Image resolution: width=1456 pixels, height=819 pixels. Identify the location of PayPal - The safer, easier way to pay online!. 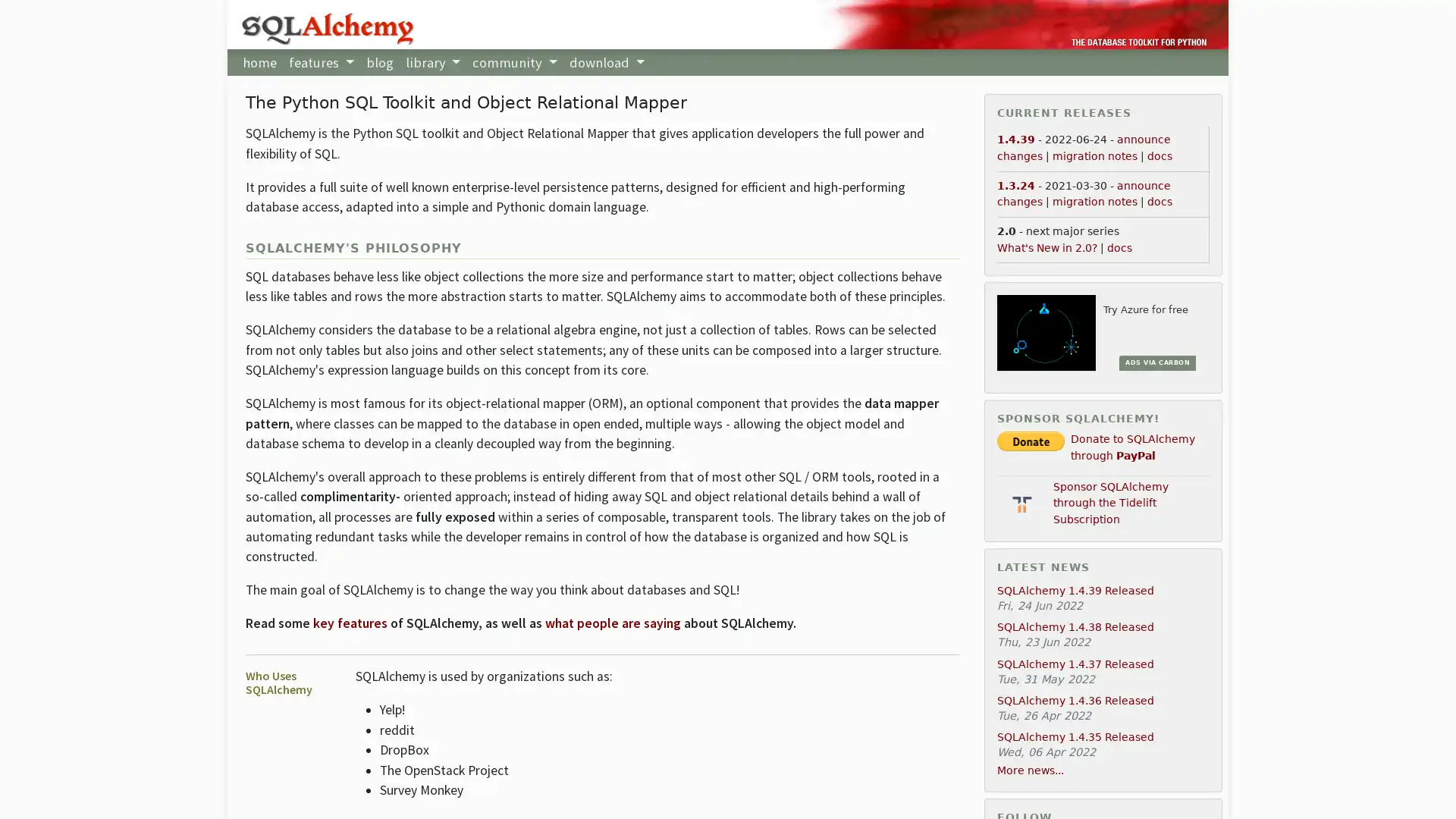
(1031, 441).